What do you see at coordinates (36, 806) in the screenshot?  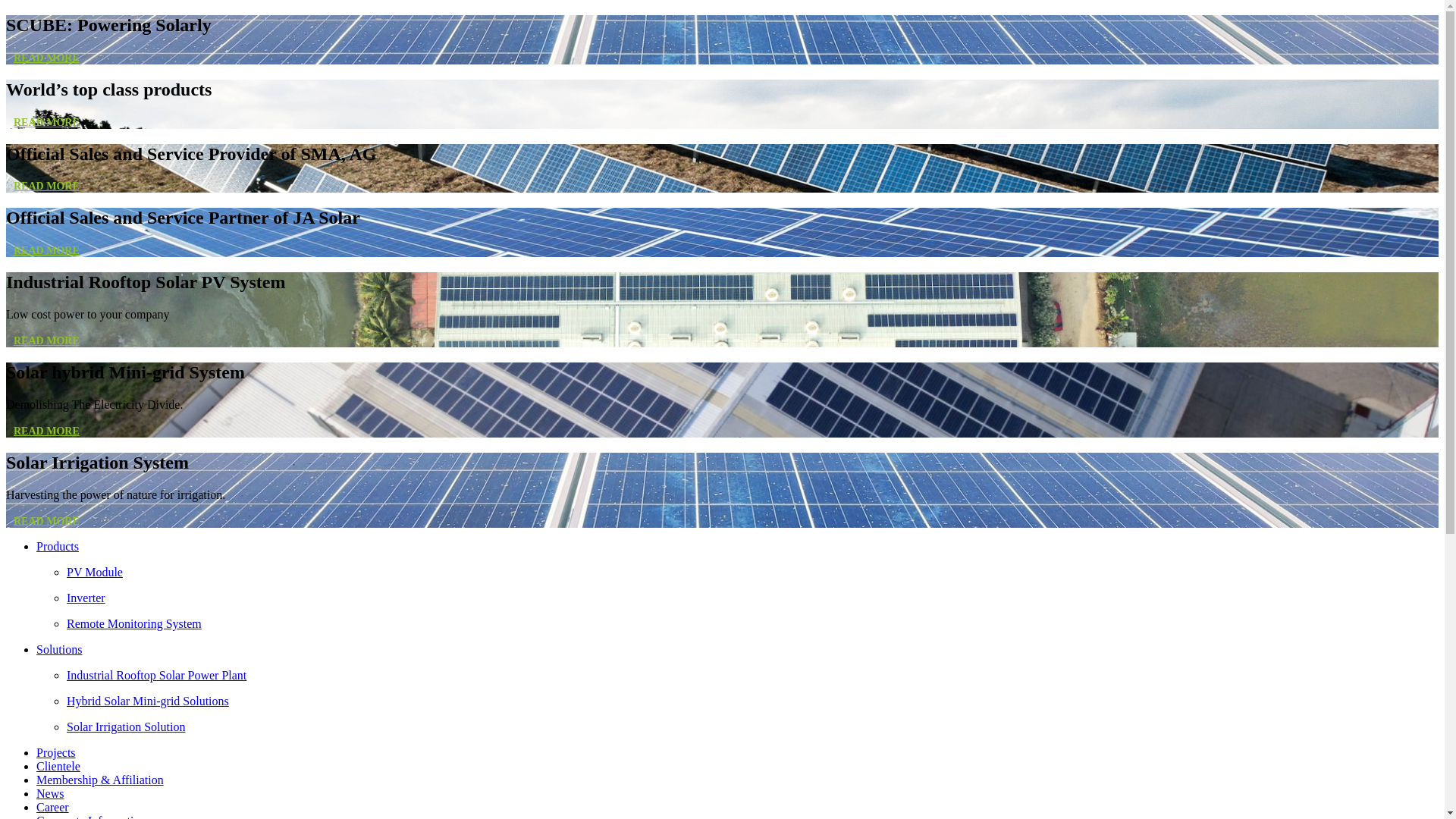 I see `'Career'` at bounding box center [36, 806].